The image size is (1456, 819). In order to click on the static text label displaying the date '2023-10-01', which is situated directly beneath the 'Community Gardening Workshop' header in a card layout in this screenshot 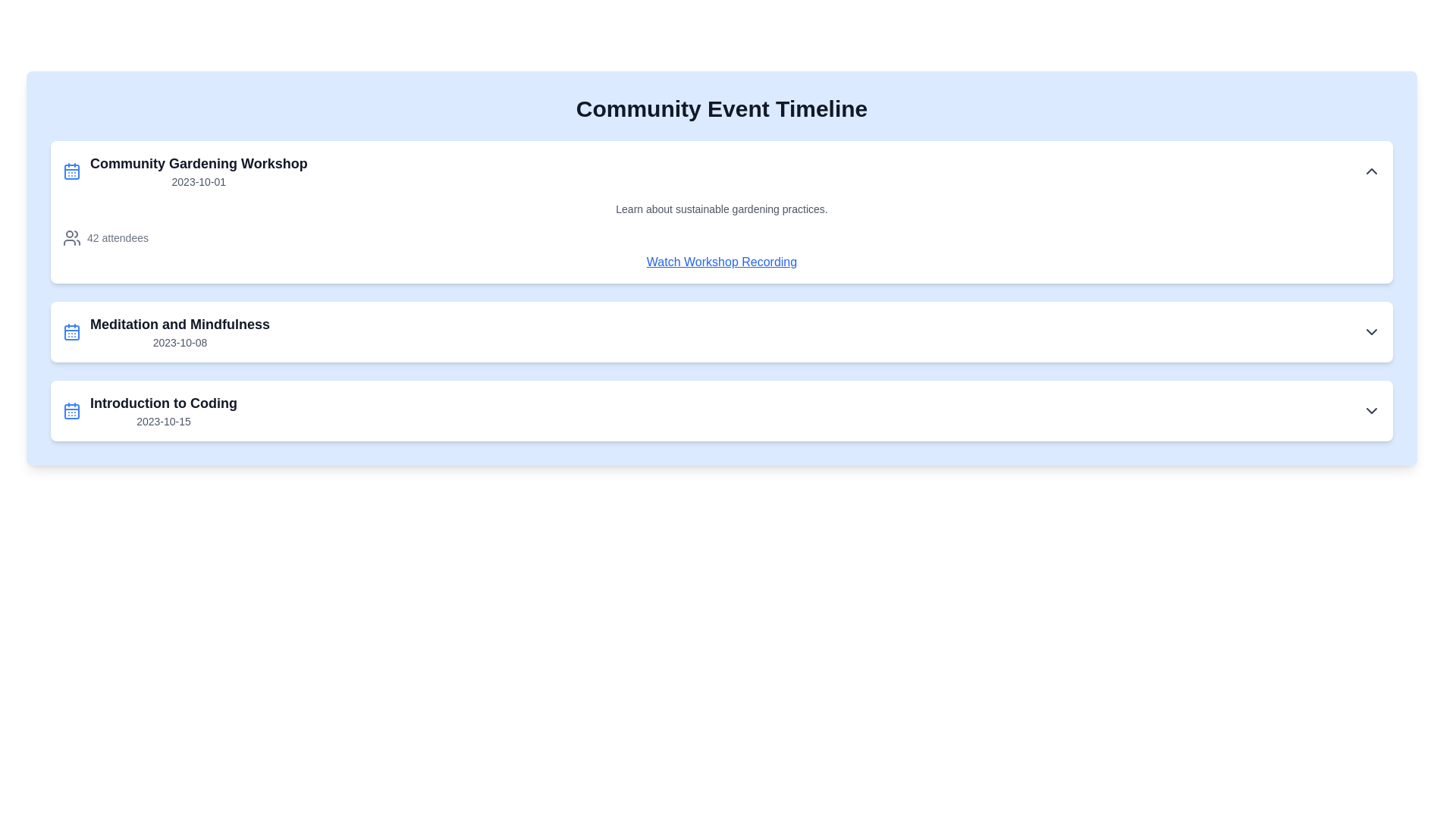, I will do `click(198, 180)`.